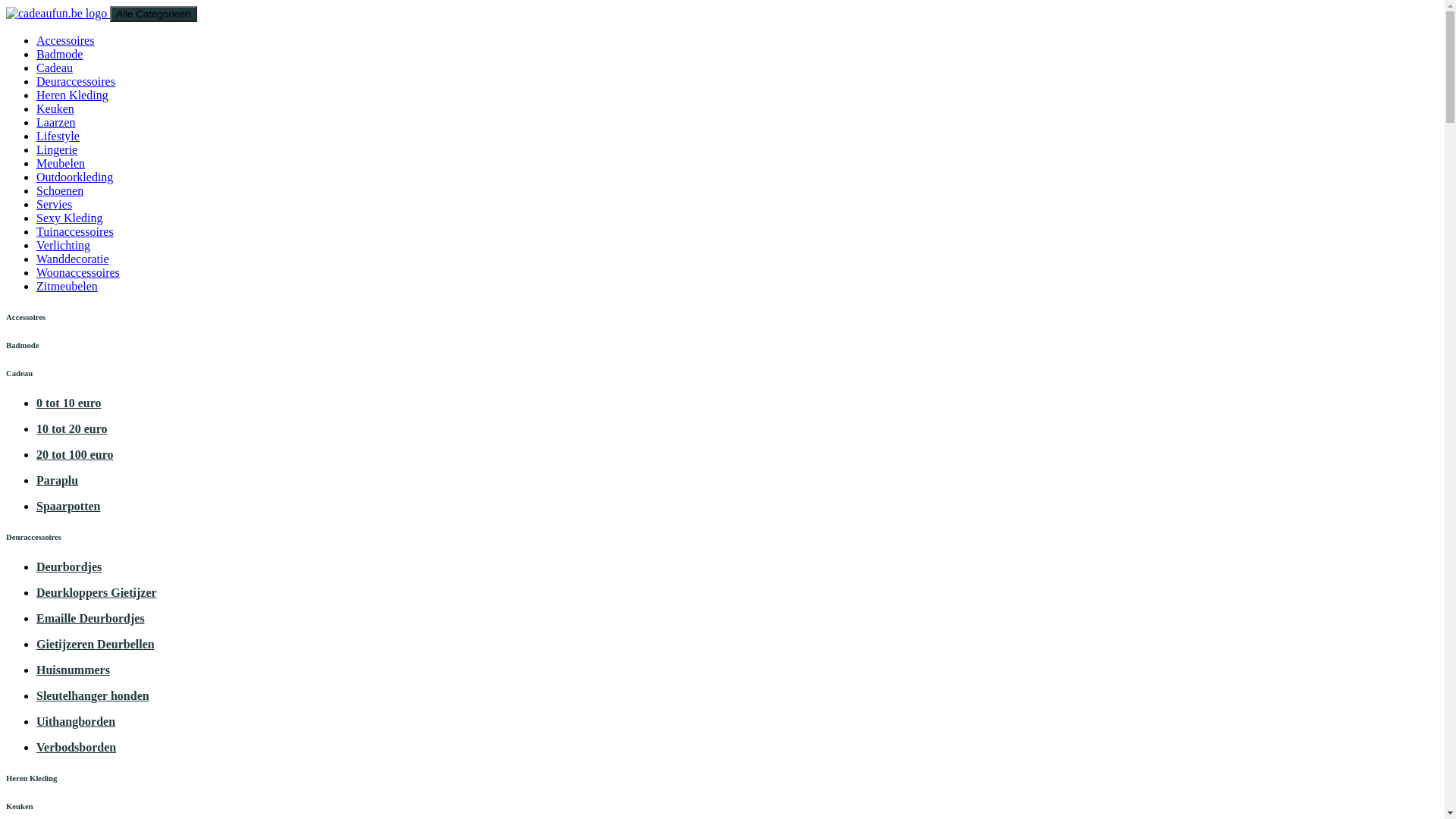 The width and height of the screenshot is (1456, 819). I want to click on 'Cadeau', so click(36, 67).